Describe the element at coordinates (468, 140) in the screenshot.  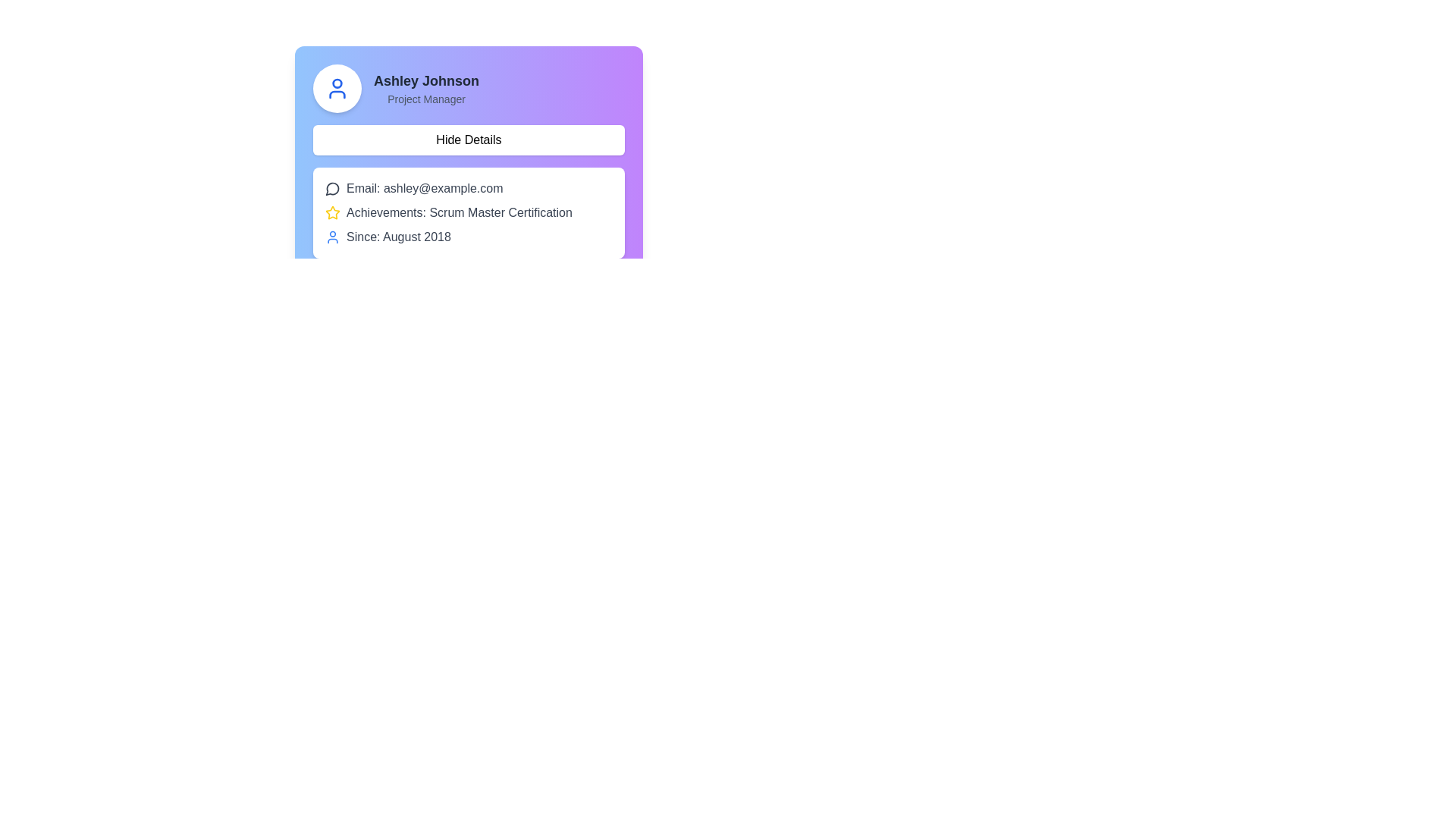
I see `the button below 'Ashley Johnson' and 'Project Manager' to hide the additional details about the associated person` at that location.